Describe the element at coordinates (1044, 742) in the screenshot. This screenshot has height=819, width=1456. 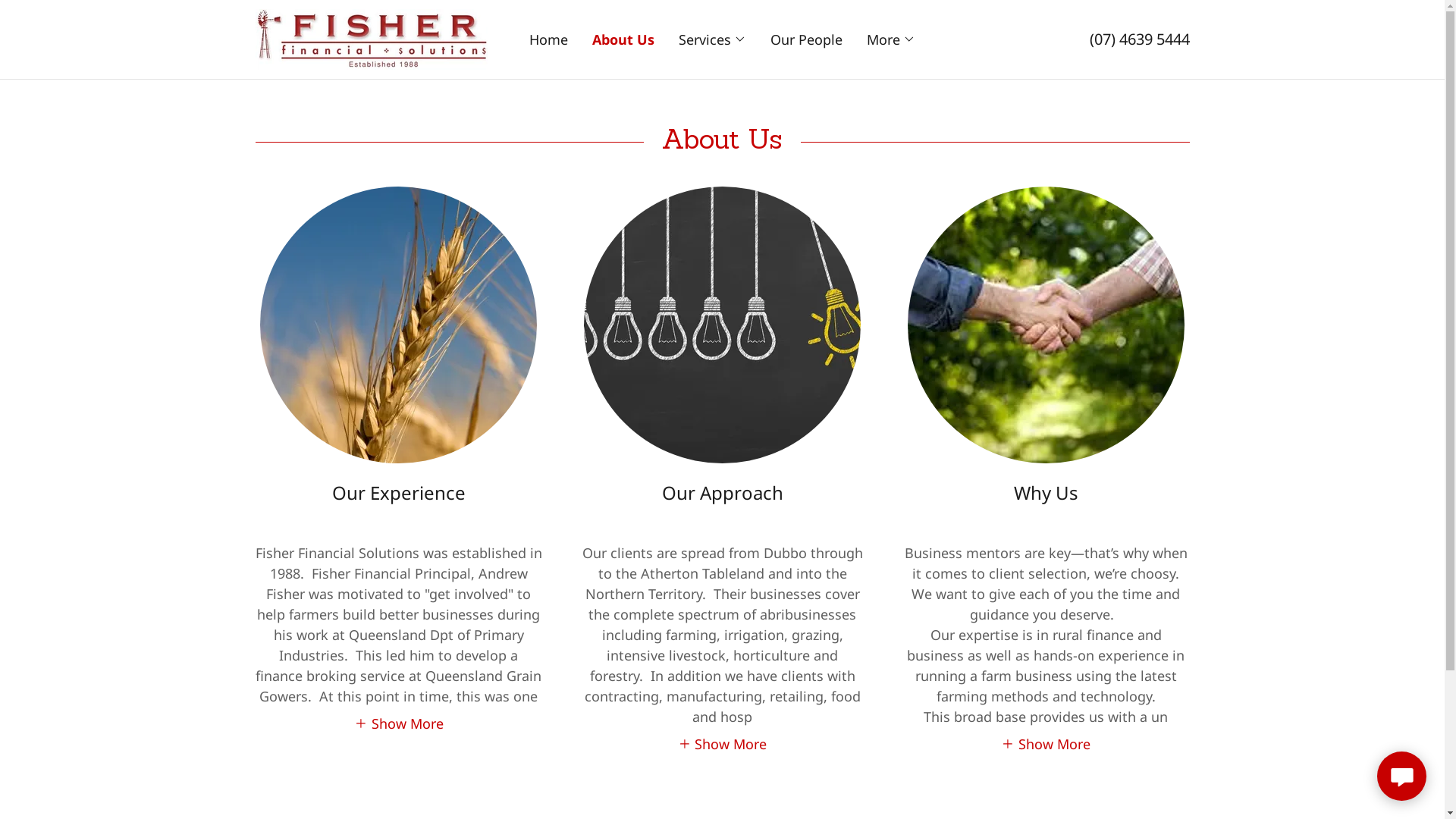
I see `'Show More'` at that location.